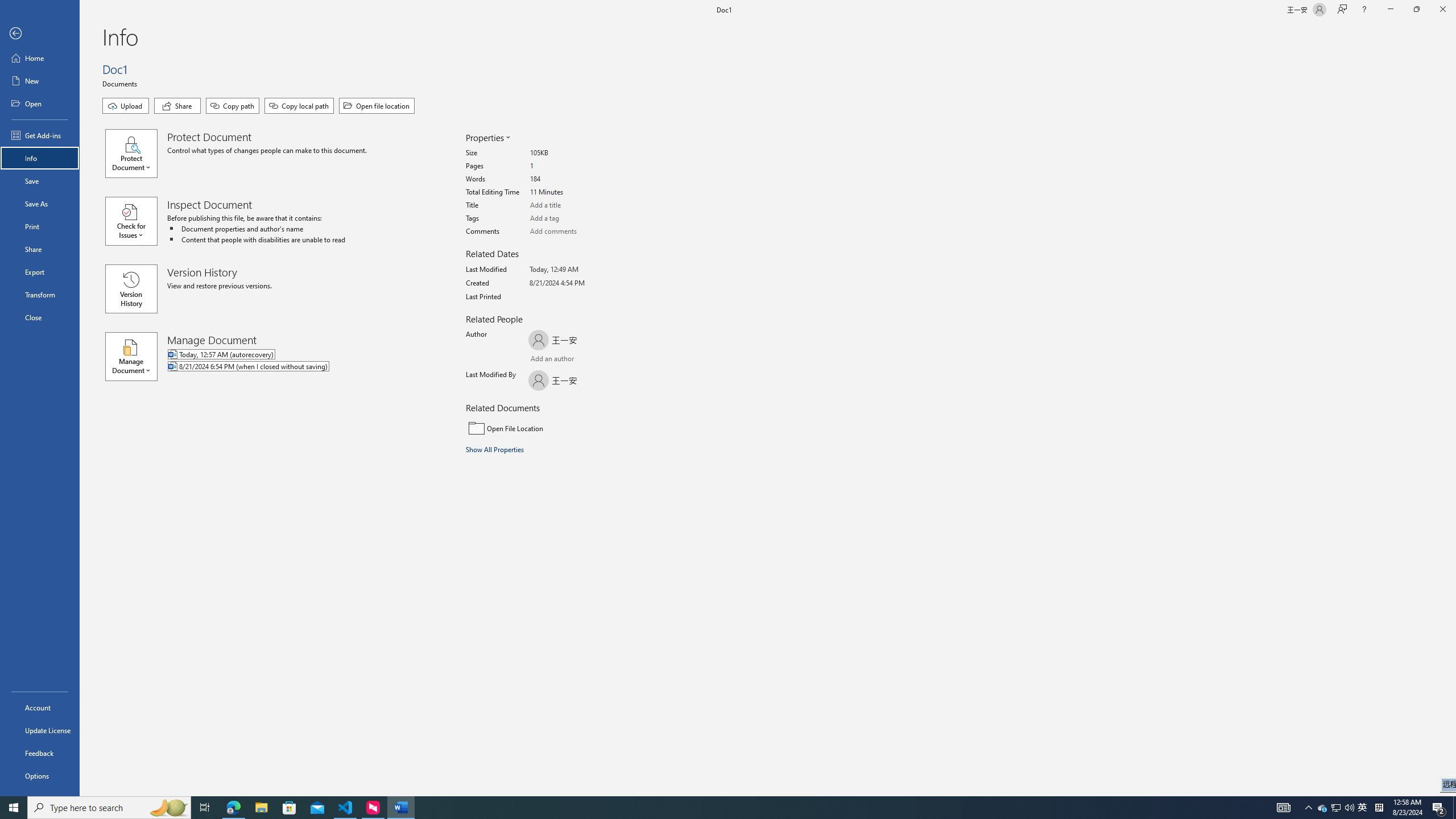 The height and width of the screenshot is (819, 1456). What do you see at coordinates (120, 82) in the screenshot?
I see `'Documents'` at bounding box center [120, 82].